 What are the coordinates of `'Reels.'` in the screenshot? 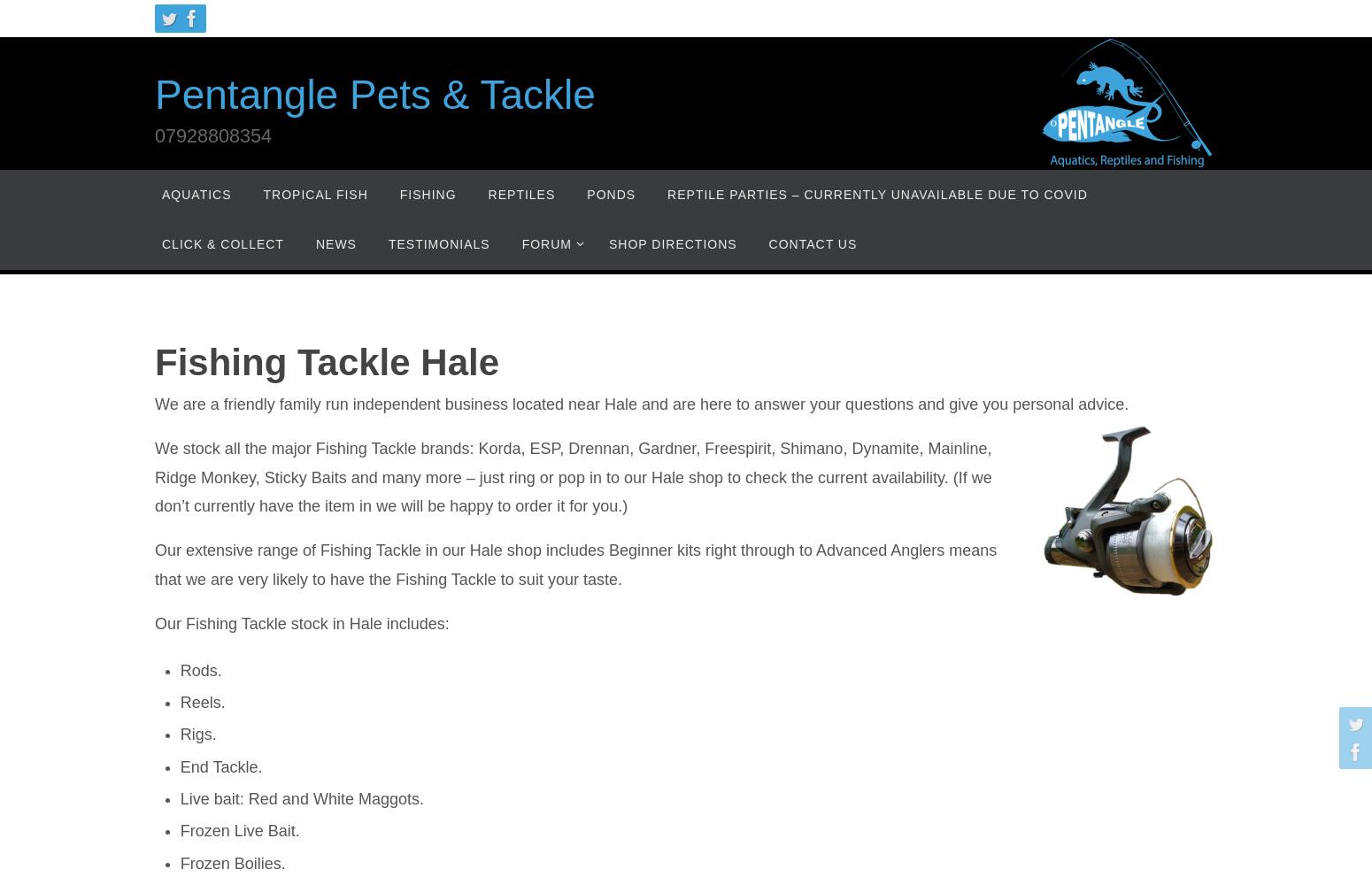 It's located at (201, 702).